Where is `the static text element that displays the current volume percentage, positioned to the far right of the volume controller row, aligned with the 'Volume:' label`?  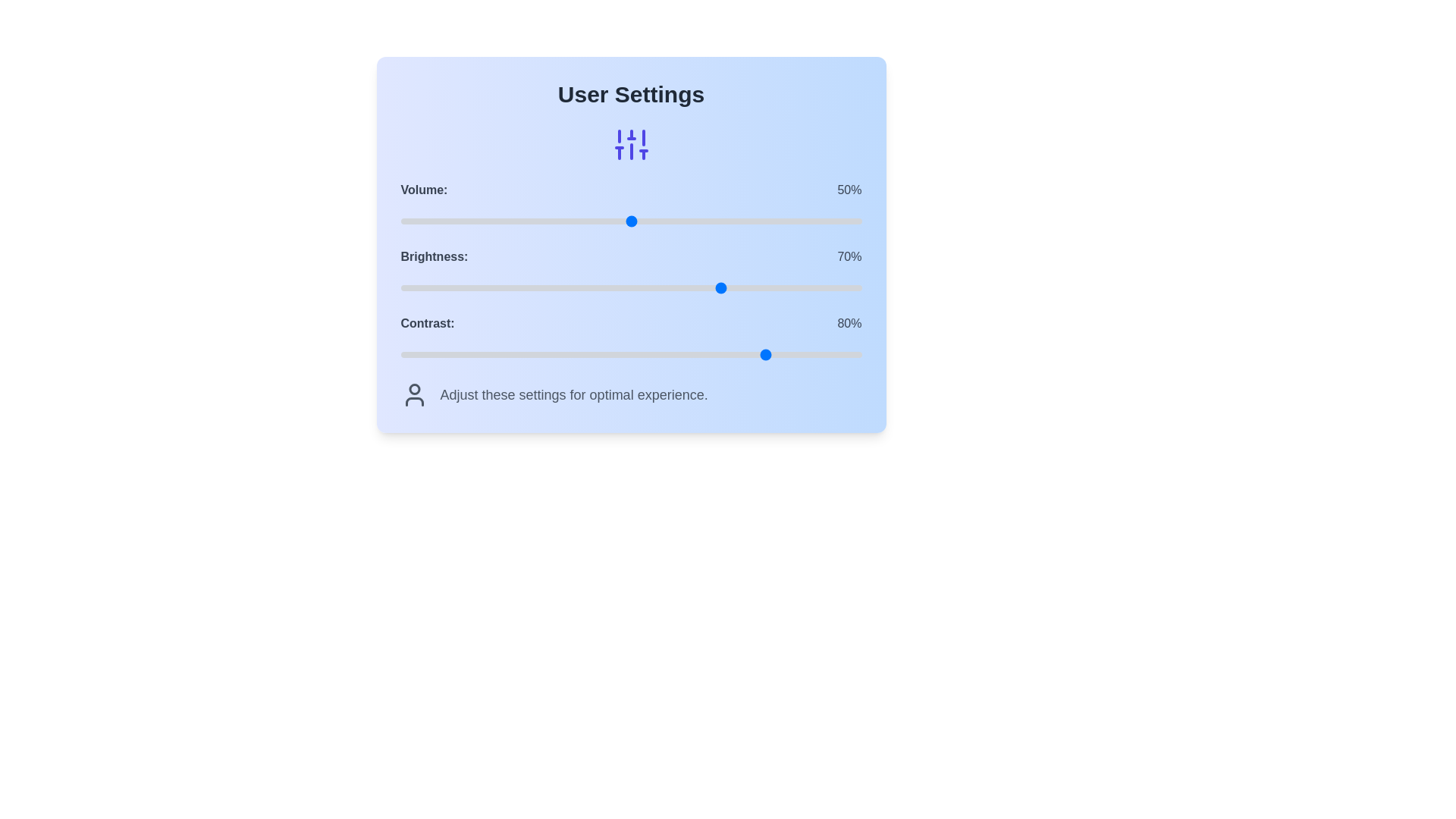
the static text element that displays the current volume percentage, positioned to the far right of the volume controller row, aligned with the 'Volume:' label is located at coordinates (849, 189).